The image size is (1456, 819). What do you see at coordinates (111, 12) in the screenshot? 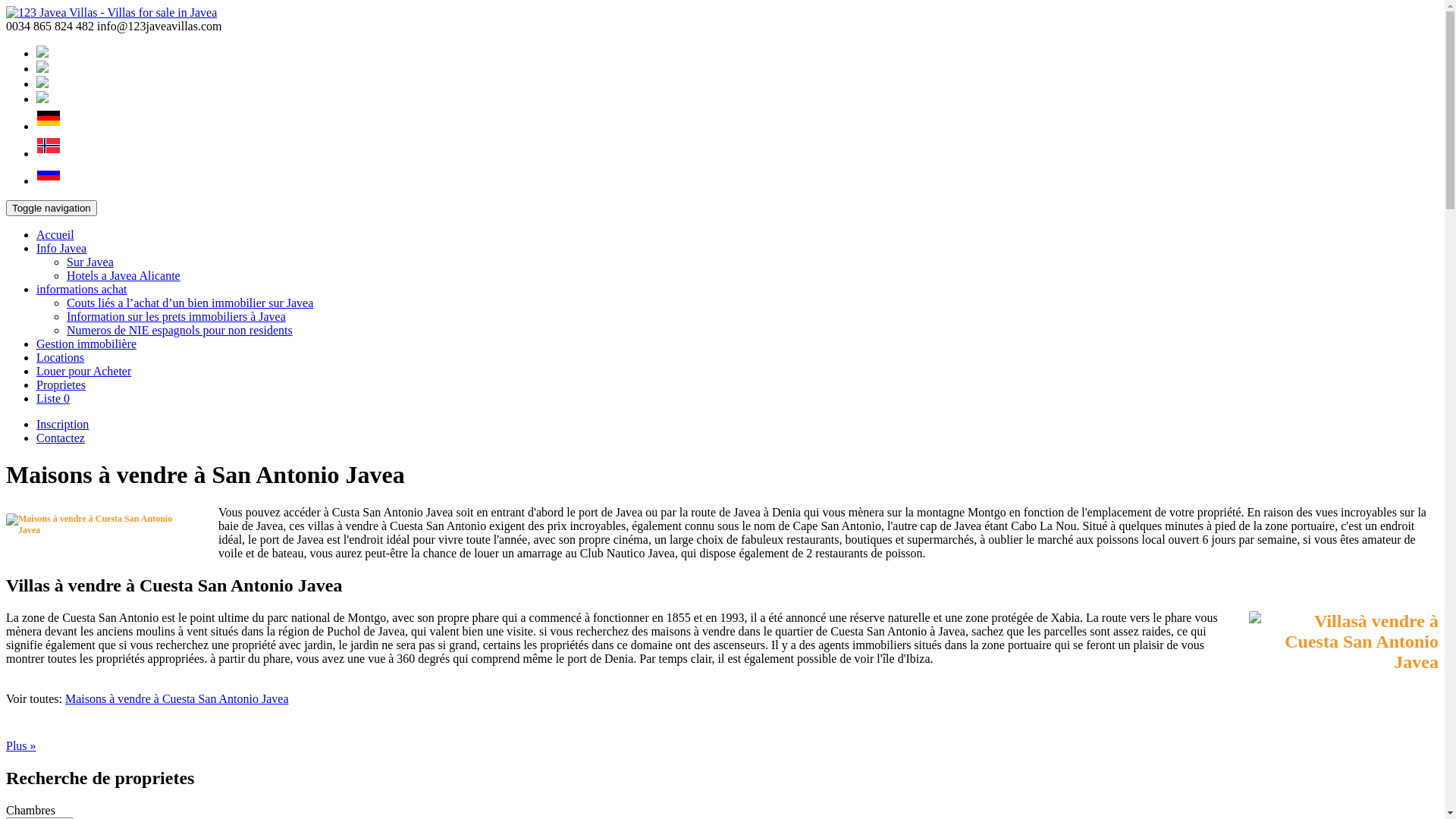
I see `'123 Javea Villas - Villas for sale in Javea'` at bounding box center [111, 12].